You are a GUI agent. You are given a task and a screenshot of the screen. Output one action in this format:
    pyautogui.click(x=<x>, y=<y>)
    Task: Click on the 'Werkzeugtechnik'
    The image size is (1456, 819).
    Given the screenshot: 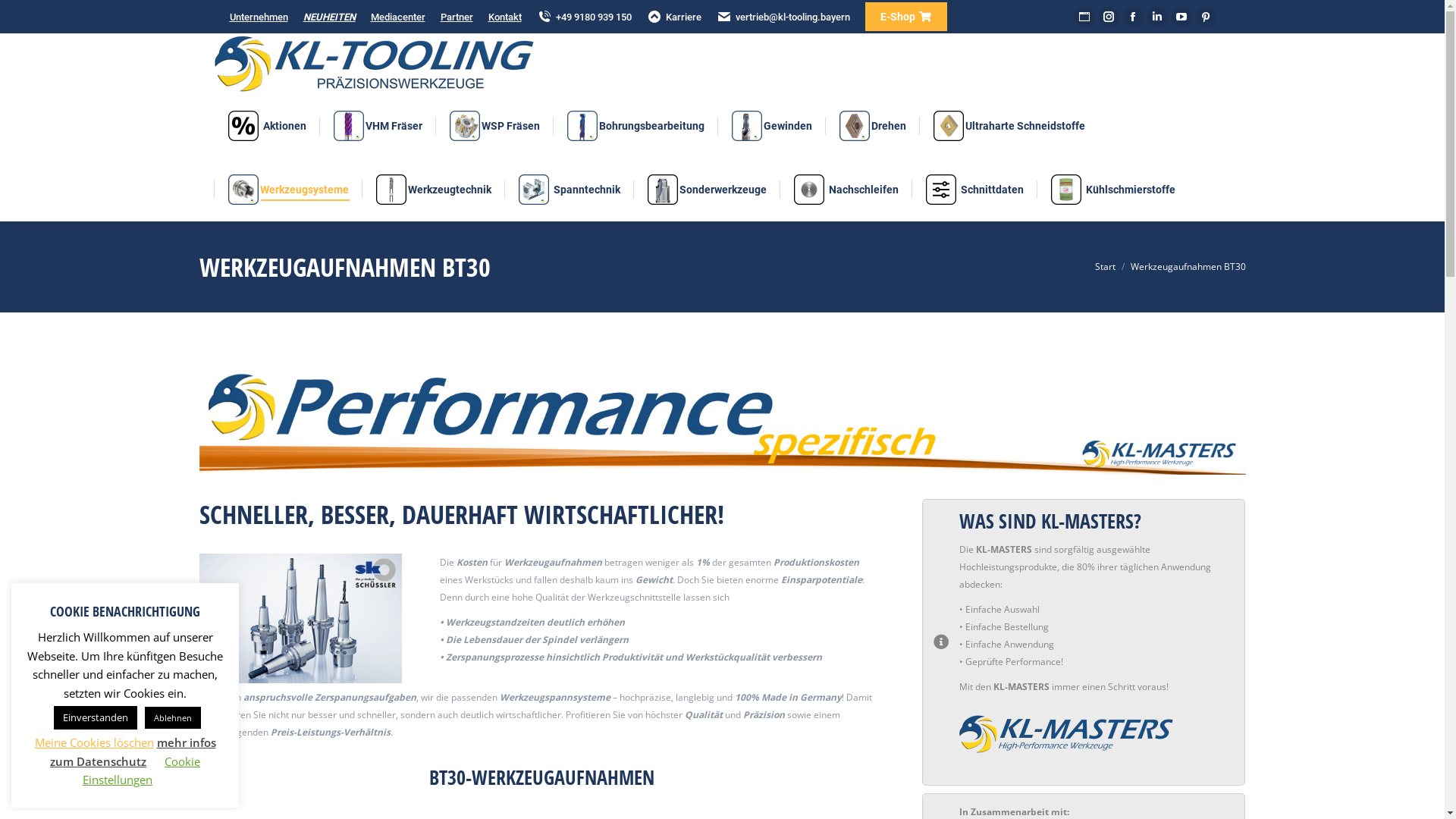 What is the action you would take?
    pyautogui.click(x=432, y=189)
    